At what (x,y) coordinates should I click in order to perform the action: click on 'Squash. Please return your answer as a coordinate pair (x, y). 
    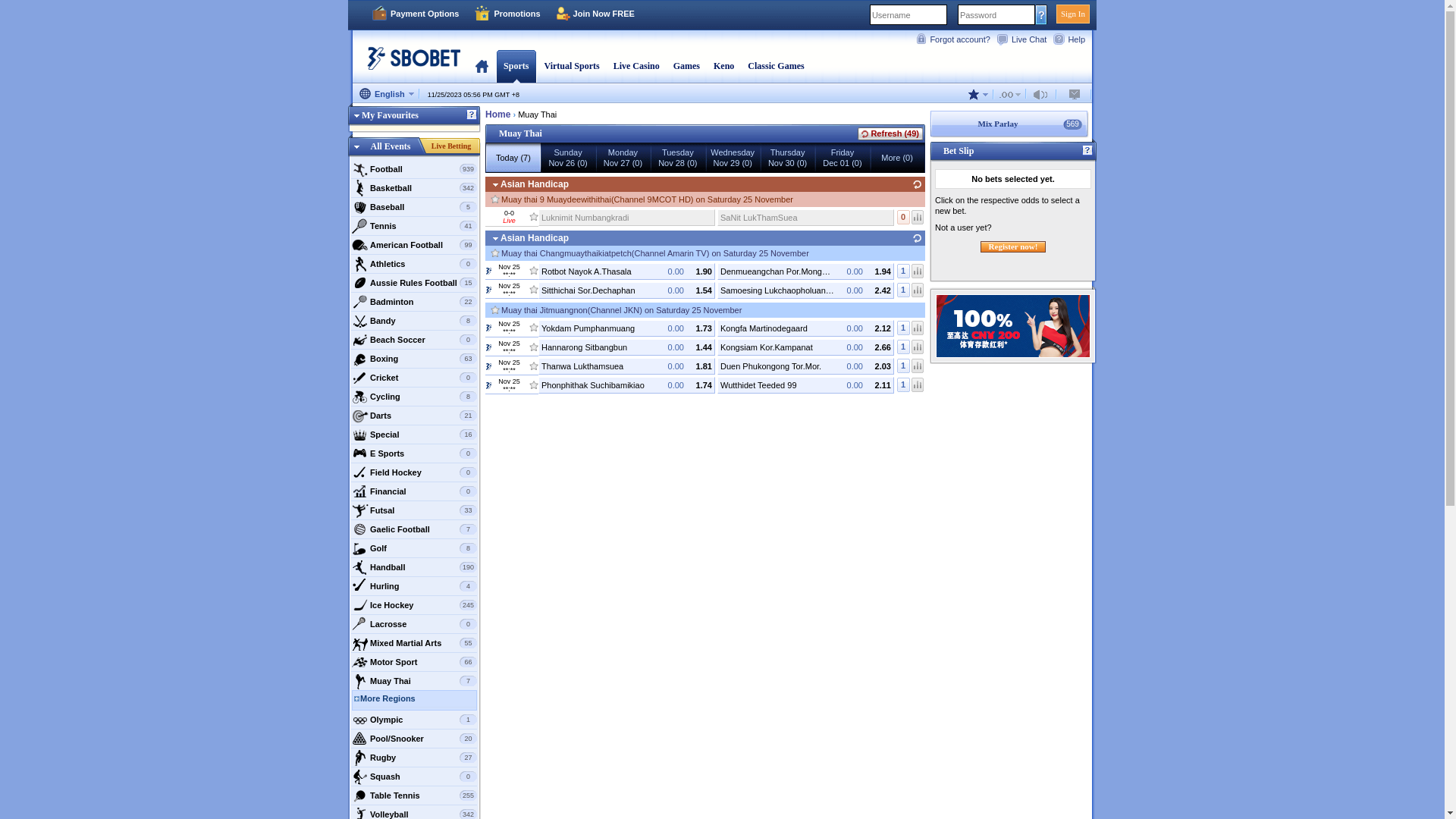
    Looking at the image, I should click on (414, 776).